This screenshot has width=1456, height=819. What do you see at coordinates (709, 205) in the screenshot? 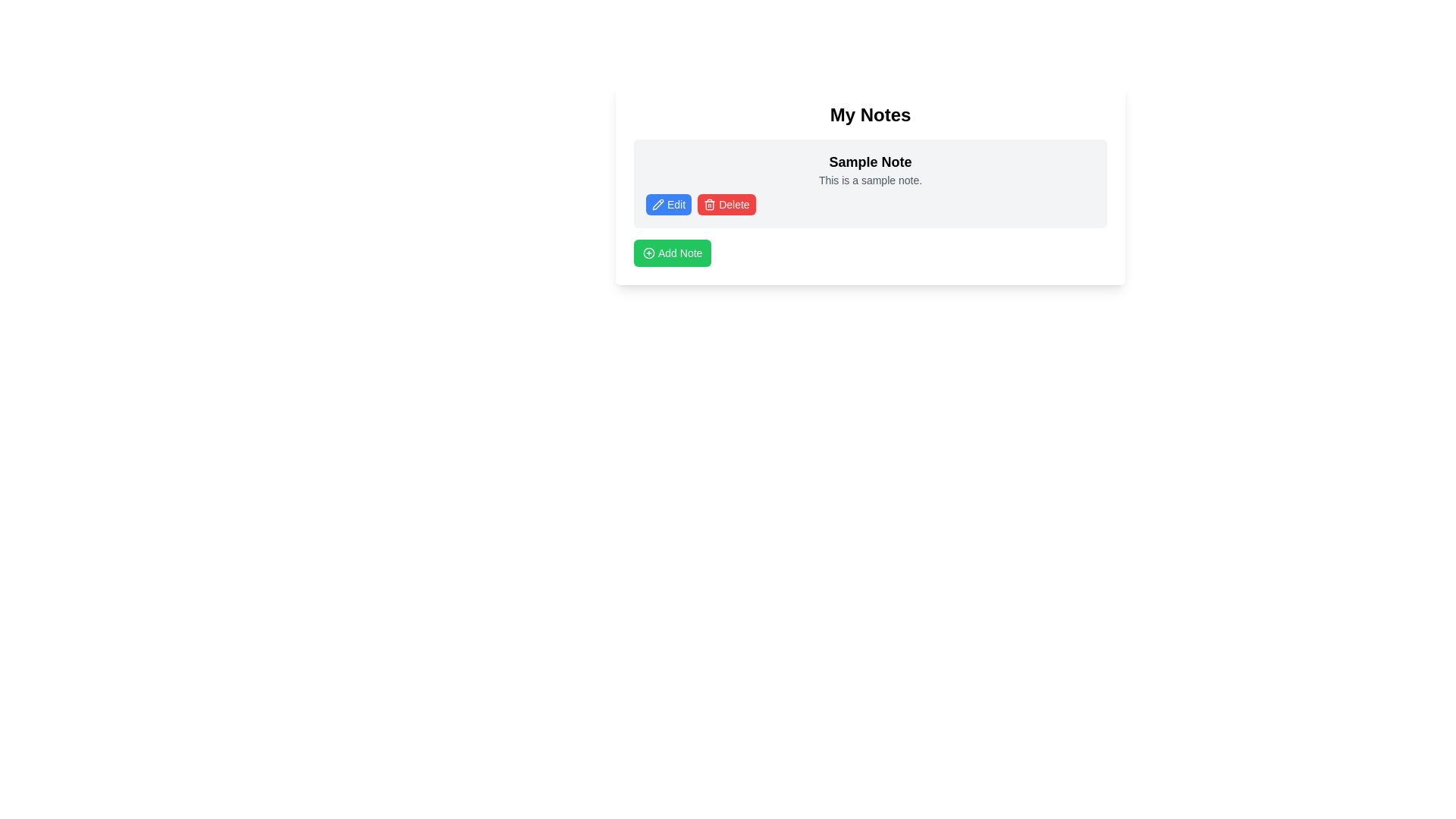
I see `the trash bin icon within the red 'Delete' button for accessibility interactions` at bounding box center [709, 205].